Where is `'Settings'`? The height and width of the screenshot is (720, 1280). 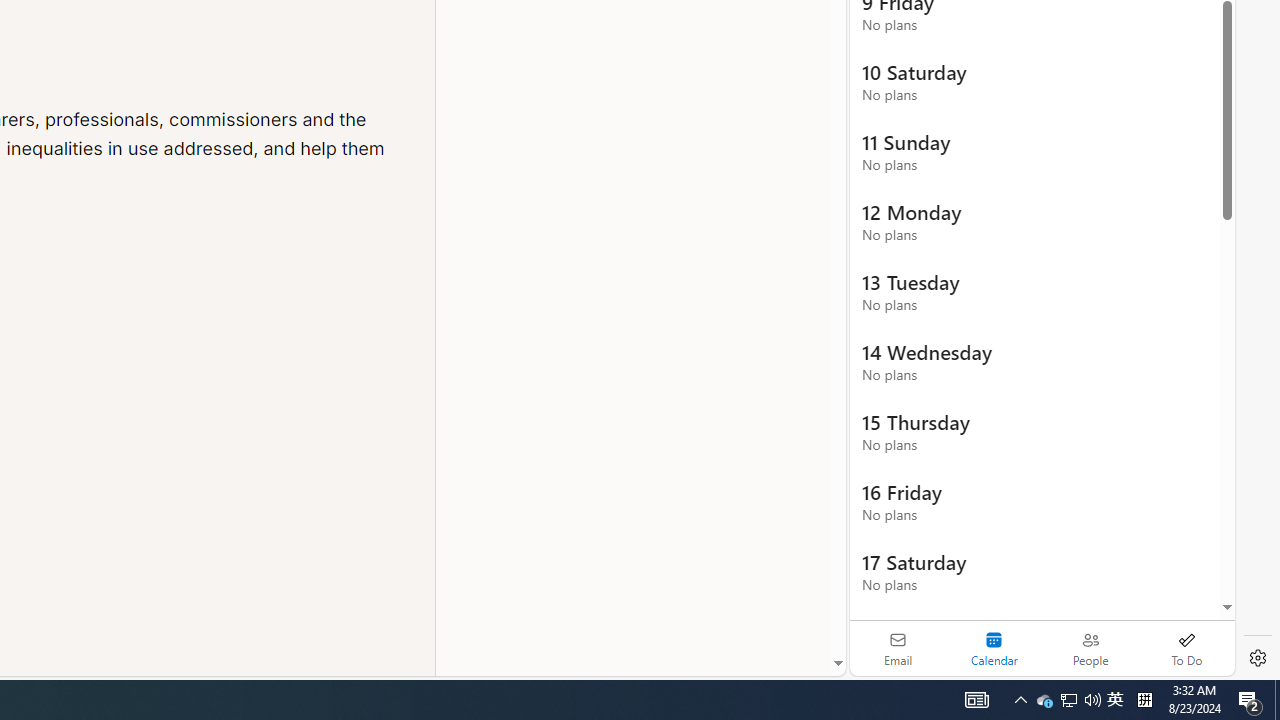 'Settings' is located at coordinates (1257, 658).